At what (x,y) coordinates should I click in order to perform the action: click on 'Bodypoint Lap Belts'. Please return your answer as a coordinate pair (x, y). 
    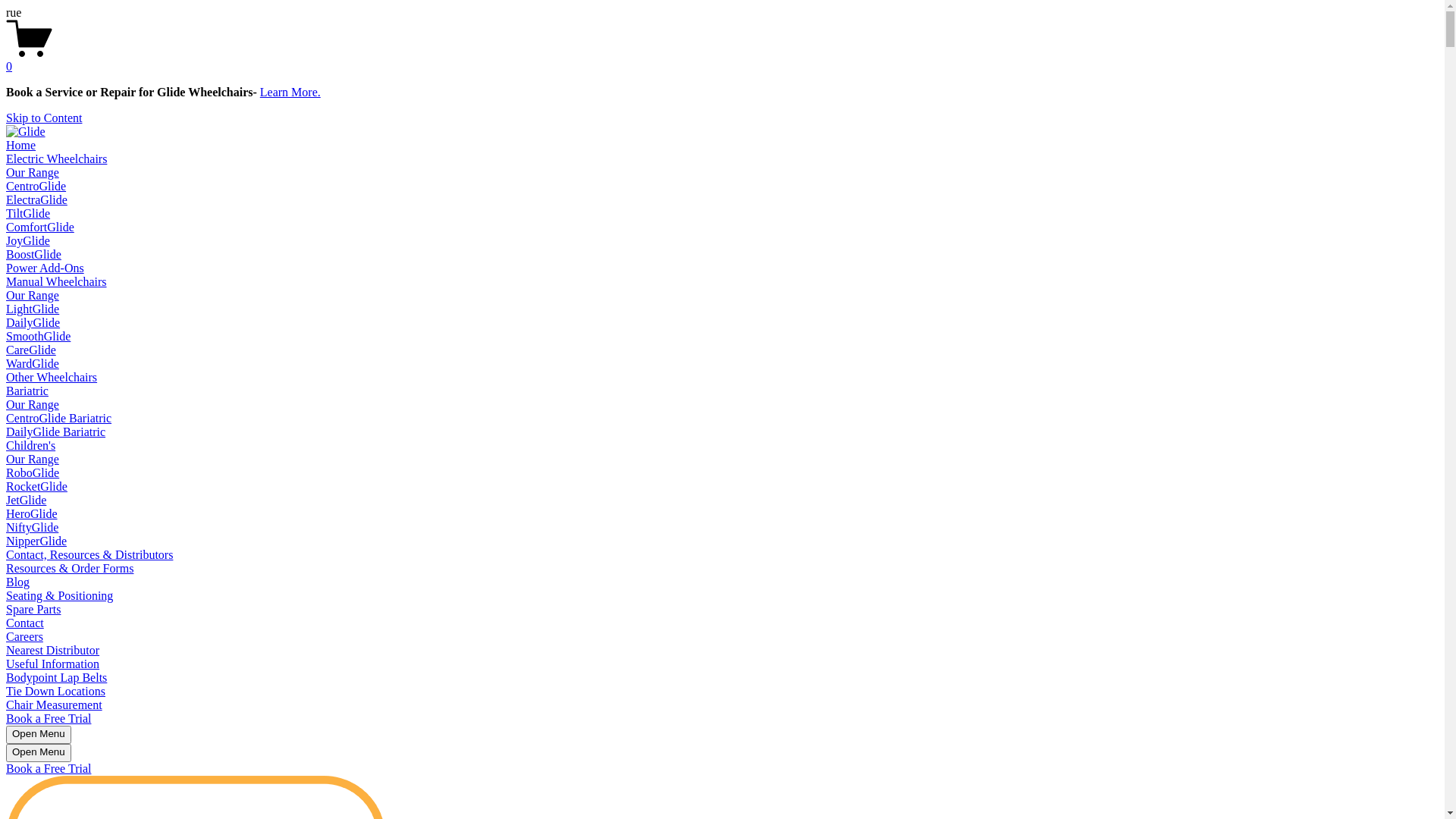
    Looking at the image, I should click on (56, 676).